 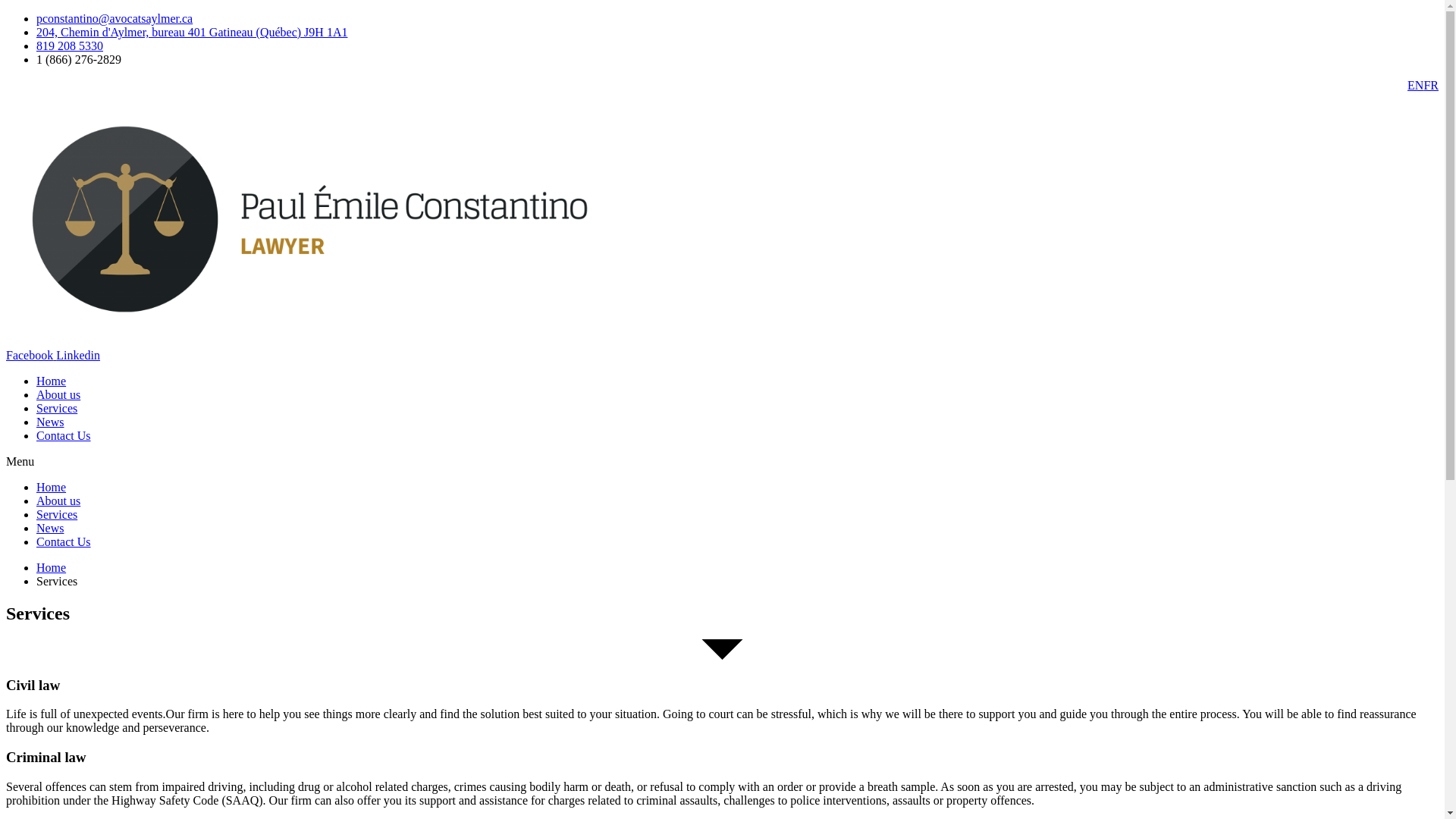 What do you see at coordinates (57, 407) in the screenshot?
I see `'Services'` at bounding box center [57, 407].